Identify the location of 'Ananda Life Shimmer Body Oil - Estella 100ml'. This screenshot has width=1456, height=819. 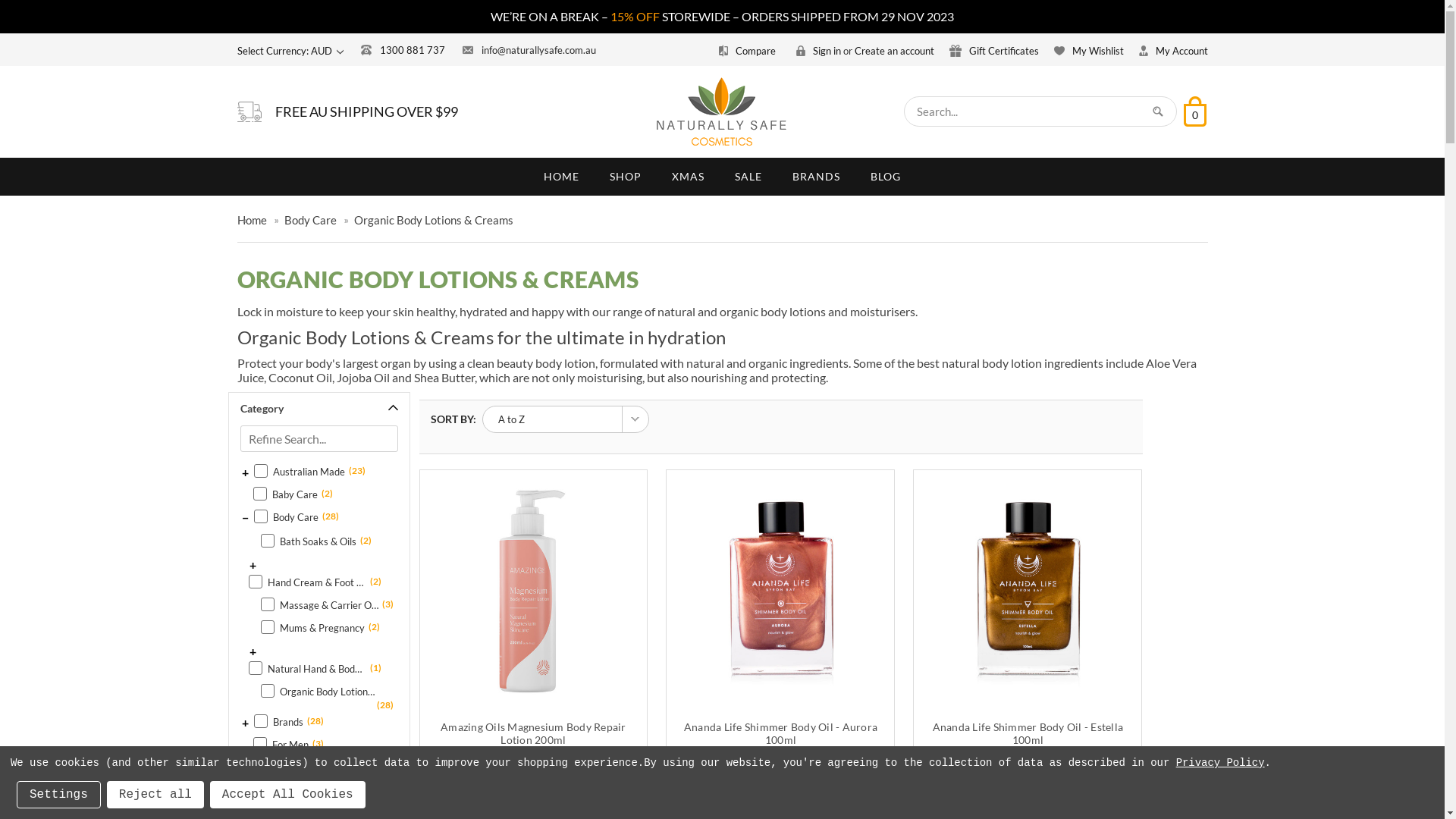
(1027, 733).